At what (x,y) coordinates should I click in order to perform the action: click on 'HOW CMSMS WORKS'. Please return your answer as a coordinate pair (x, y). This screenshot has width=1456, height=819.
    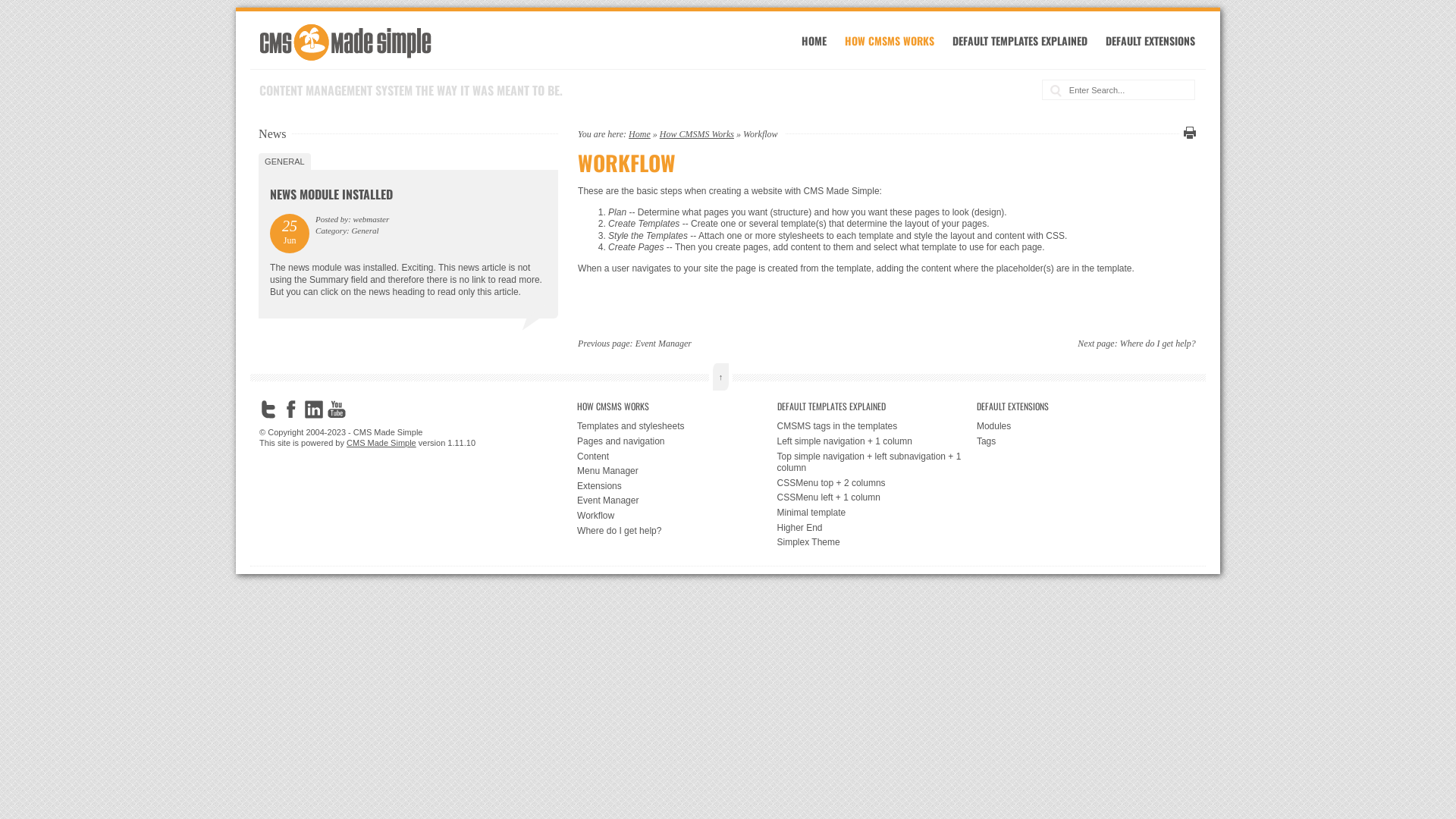
    Looking at the image, I should click on (676, 406).